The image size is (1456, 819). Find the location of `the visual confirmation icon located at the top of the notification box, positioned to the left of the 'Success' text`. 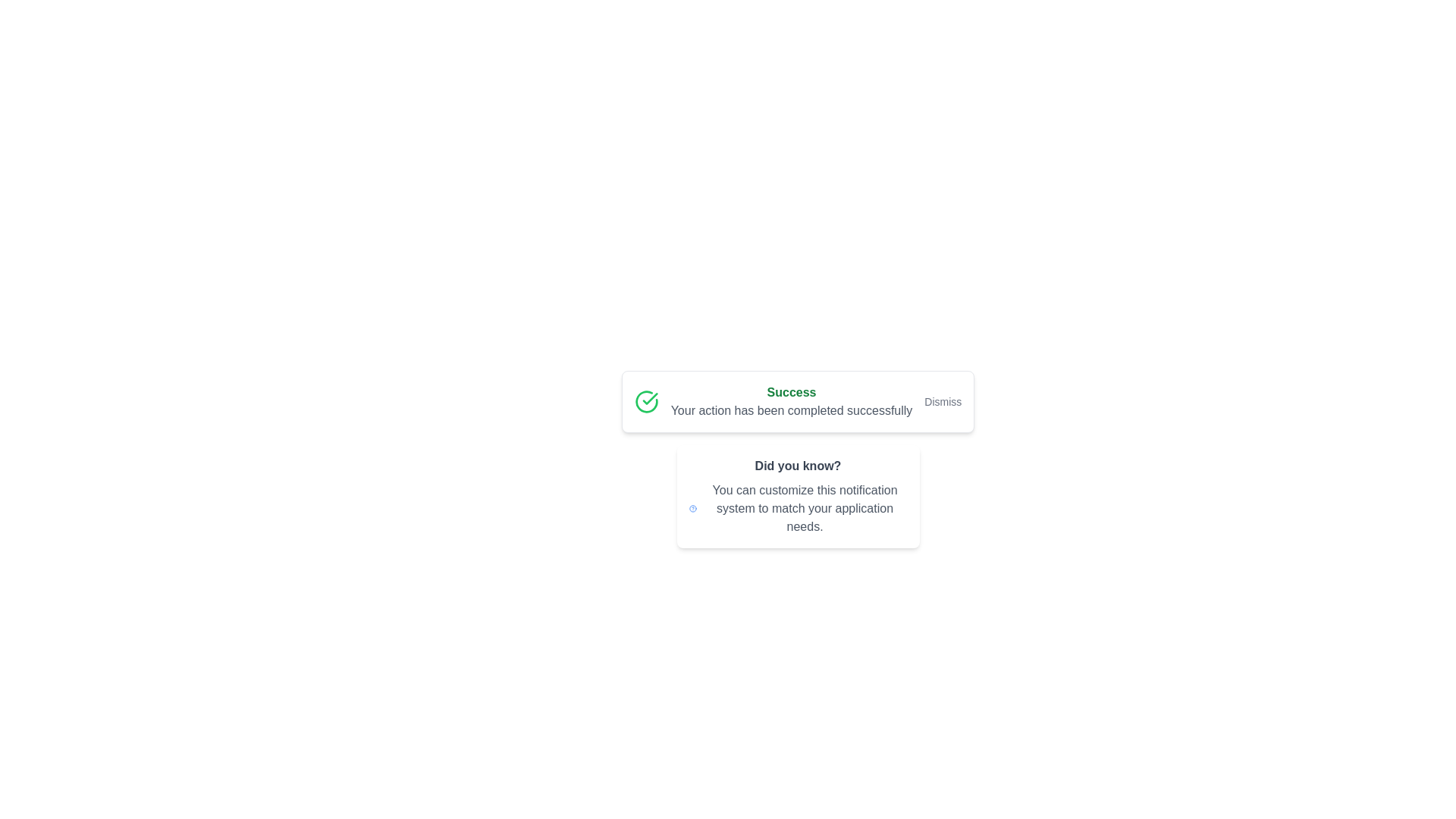

the visual confirmation icon located at the top of the notification box, positioned to the left of the 'Success' text is located at coordinates (646, 400).